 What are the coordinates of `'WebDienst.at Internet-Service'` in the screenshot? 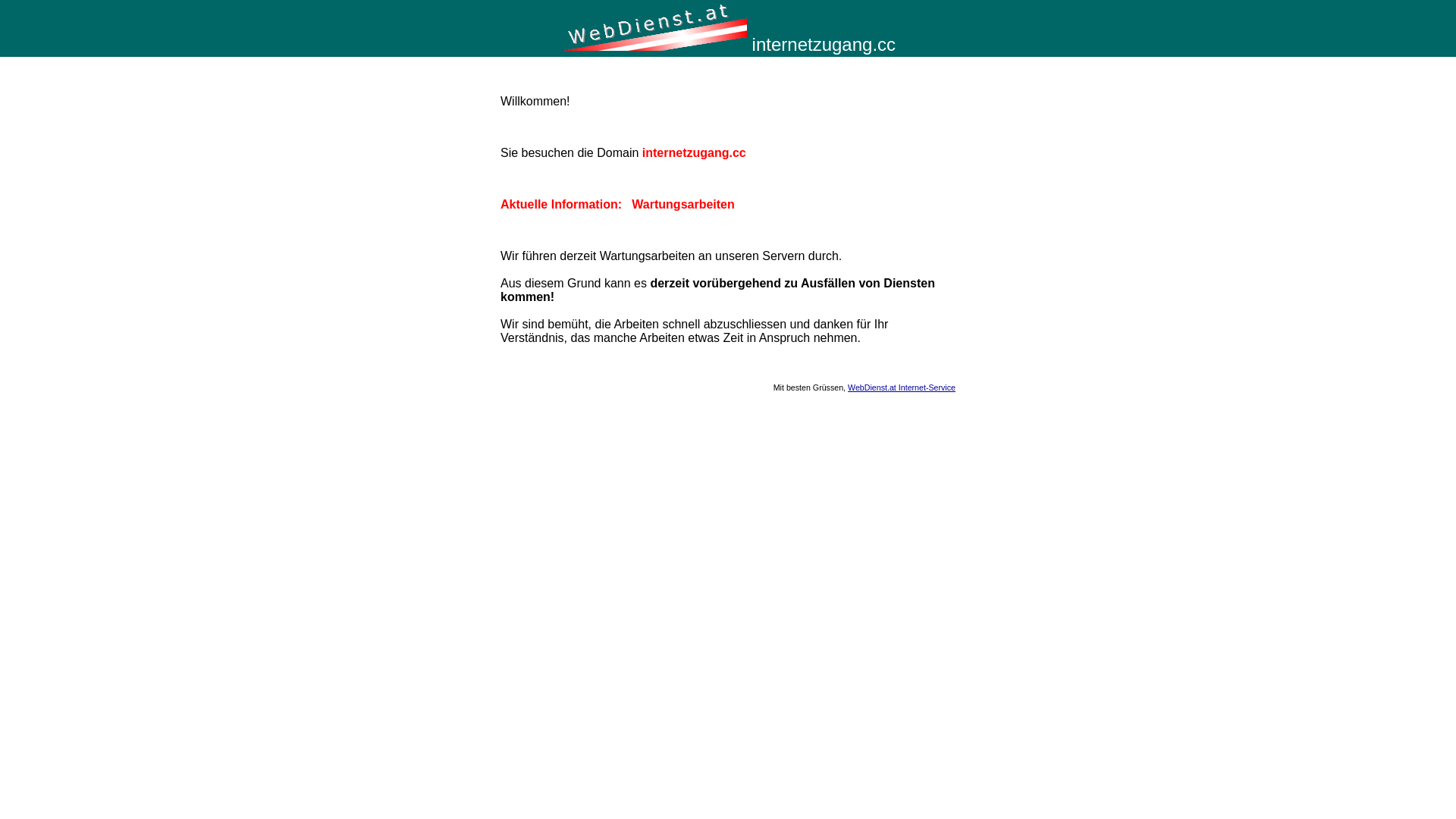 It's located at (902, 386).